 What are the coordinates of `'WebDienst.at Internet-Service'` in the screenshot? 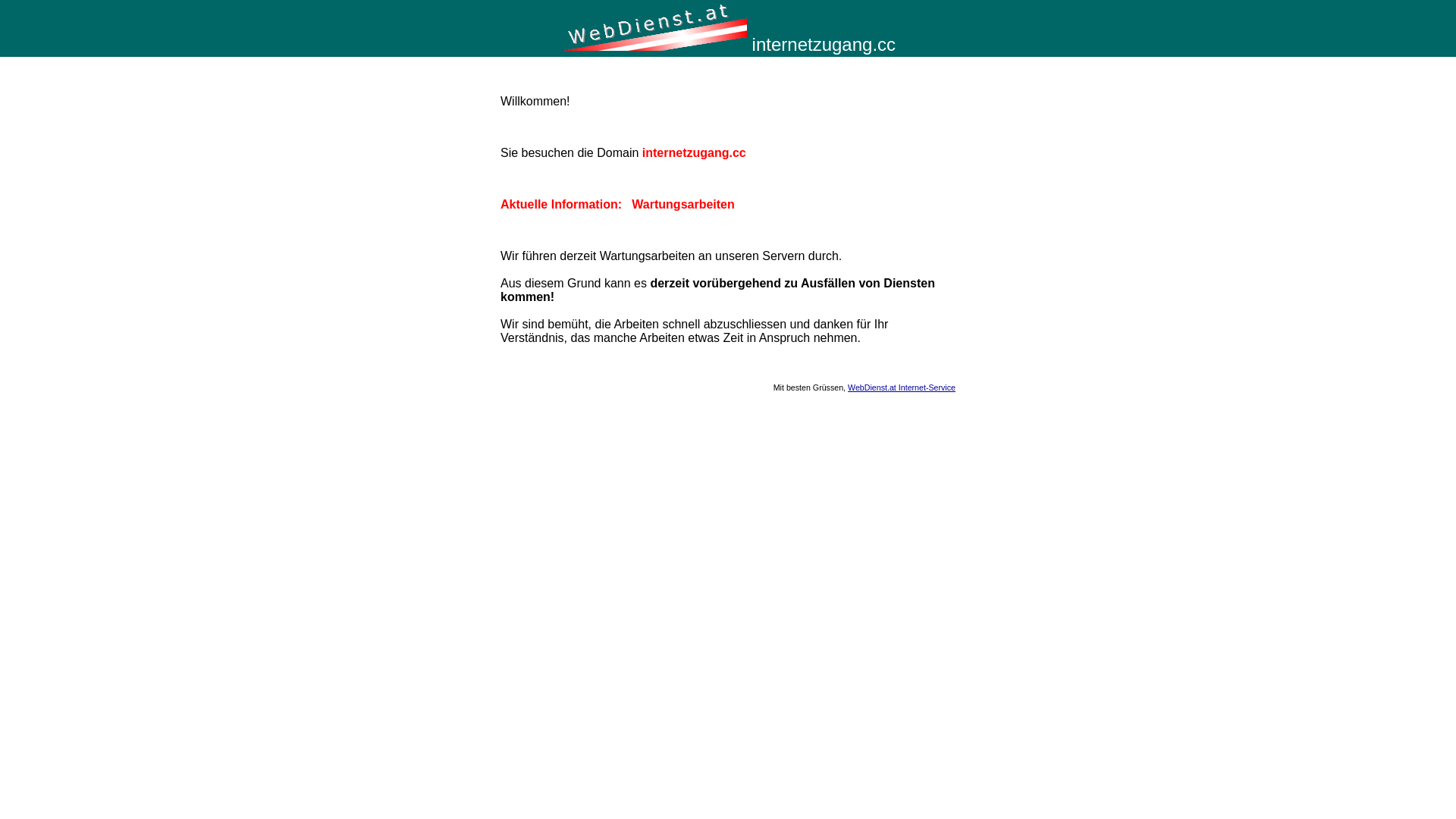 It's located at (902, 386).